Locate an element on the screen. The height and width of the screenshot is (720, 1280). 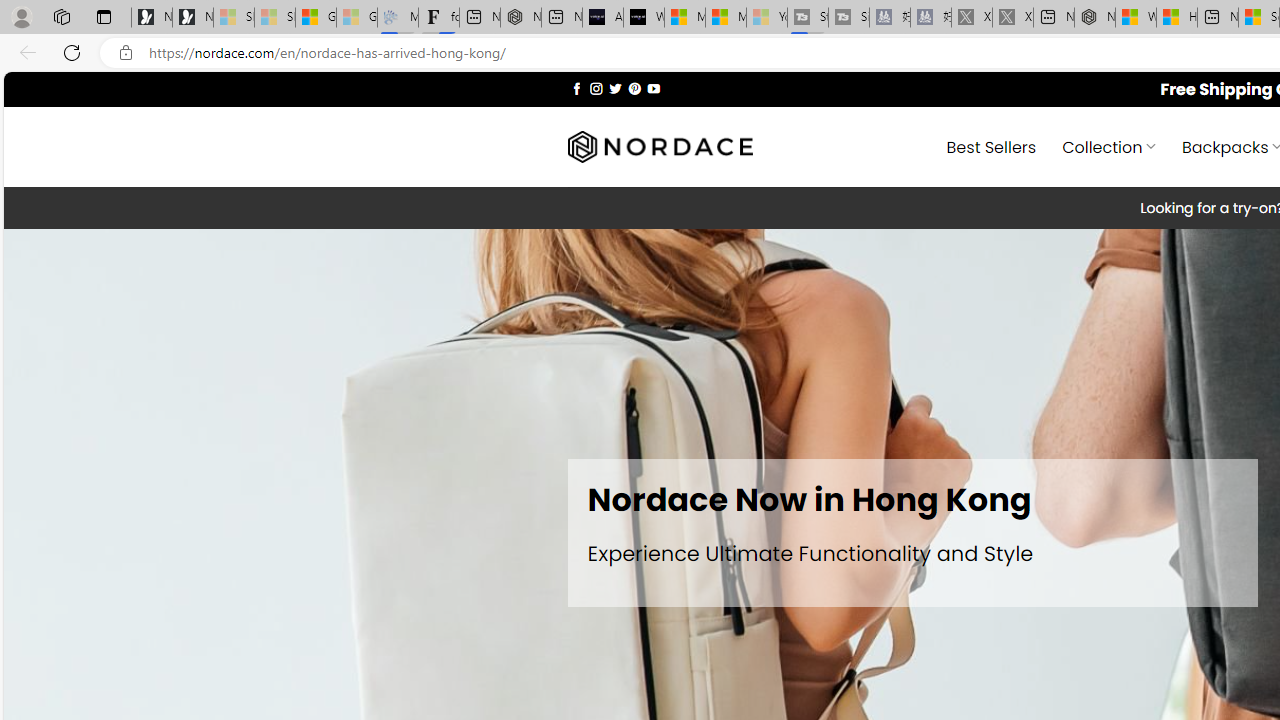
'Follow on Instagram' is located at coordinates (595, 87).